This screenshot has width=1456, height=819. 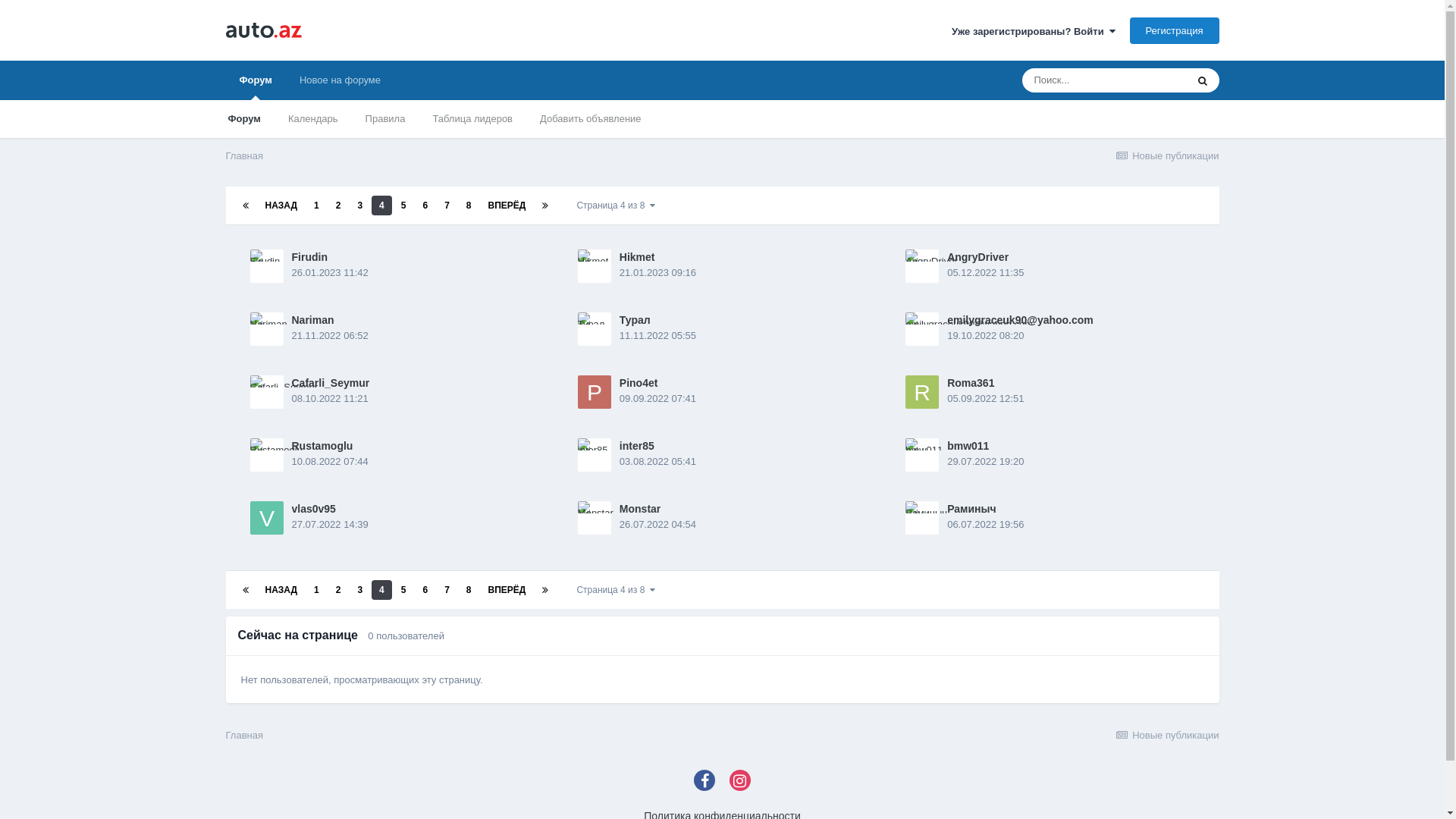 I want to click on '1', so click(x=315, y=588).